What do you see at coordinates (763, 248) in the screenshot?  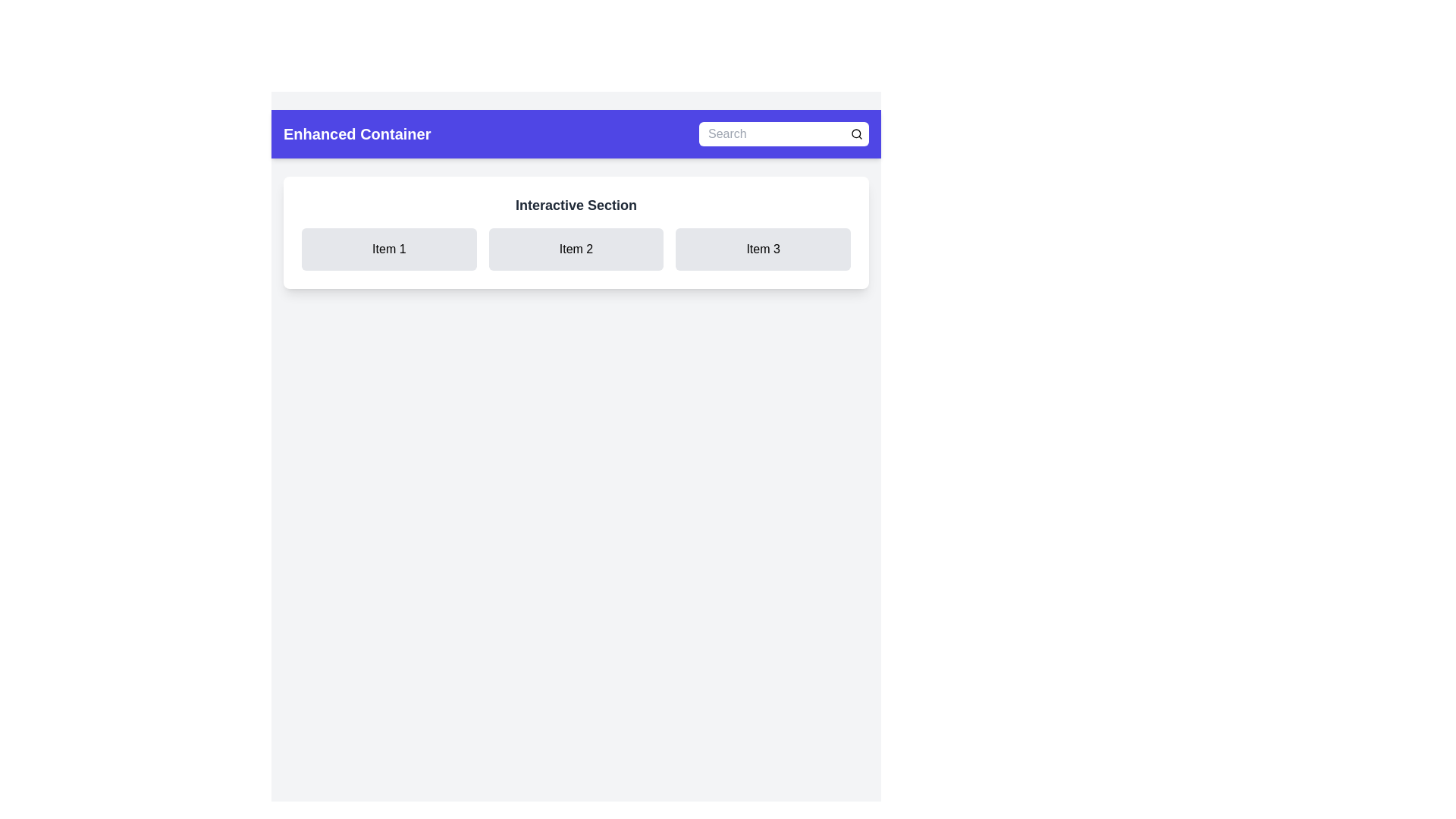 I see `the text label that reads 'Item 3', which is styled with center alignment and located within a light gray card under the 'Interactive Section'` at bounding box center [763, 248].